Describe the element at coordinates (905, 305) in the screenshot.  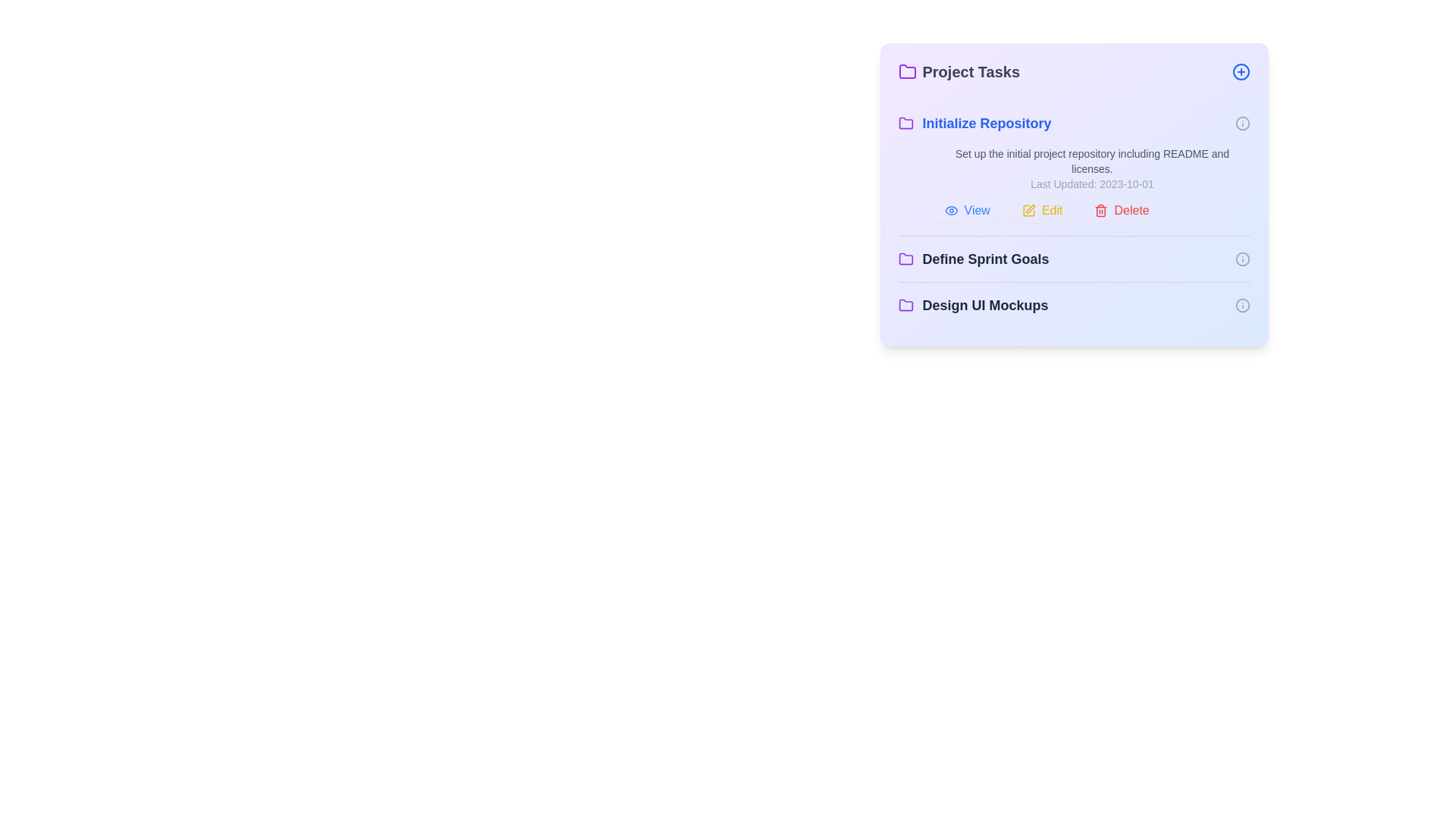
I see `the folder icon representing the 'Design UI Mockups', located on the far left side of its row` at that location.